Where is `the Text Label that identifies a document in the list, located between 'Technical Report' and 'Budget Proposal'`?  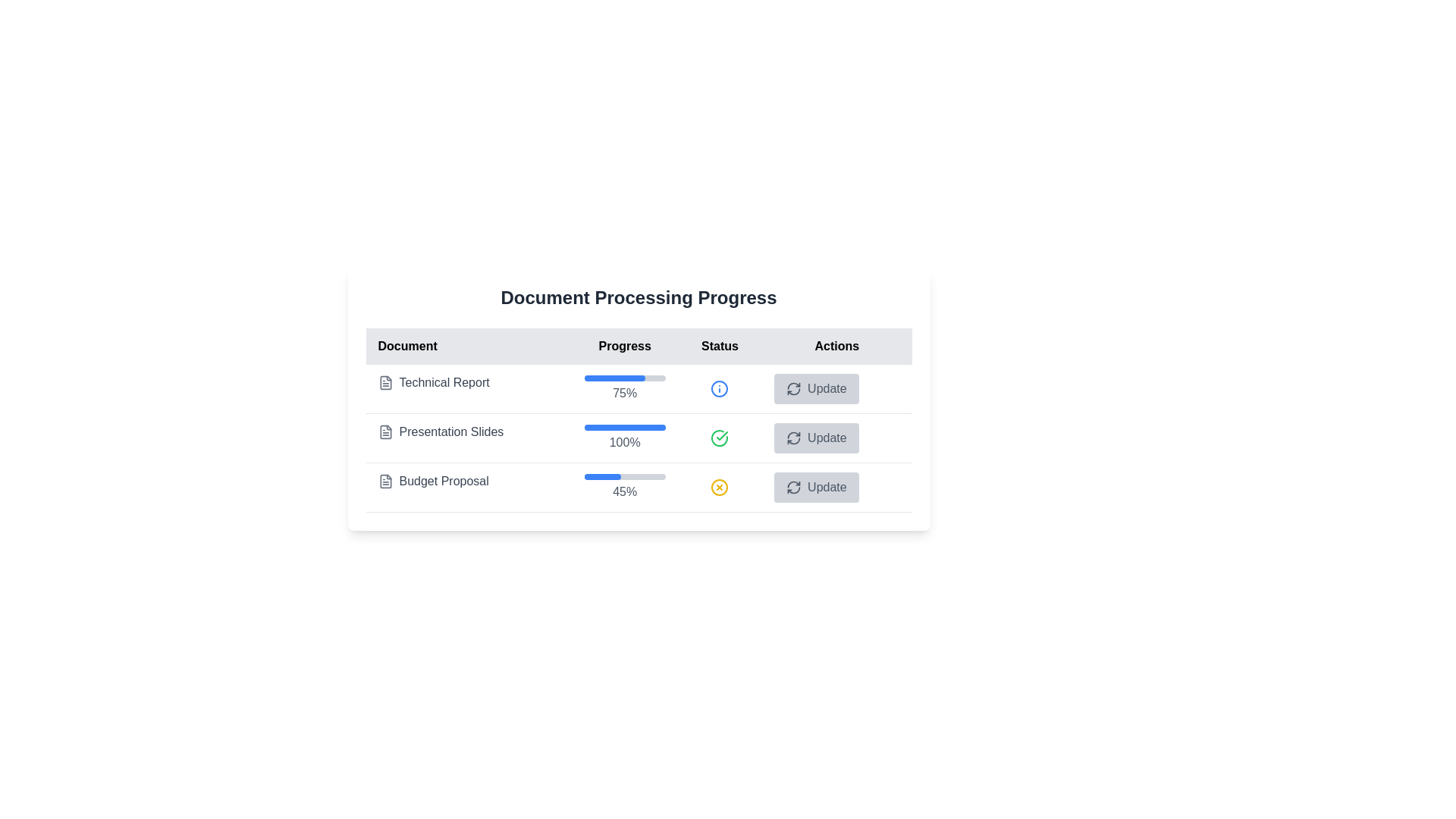 the Text Label that identifies a document in the list, located between 'Technical Report' and 'Budget Proposal' is located at coordinates (450, 432).